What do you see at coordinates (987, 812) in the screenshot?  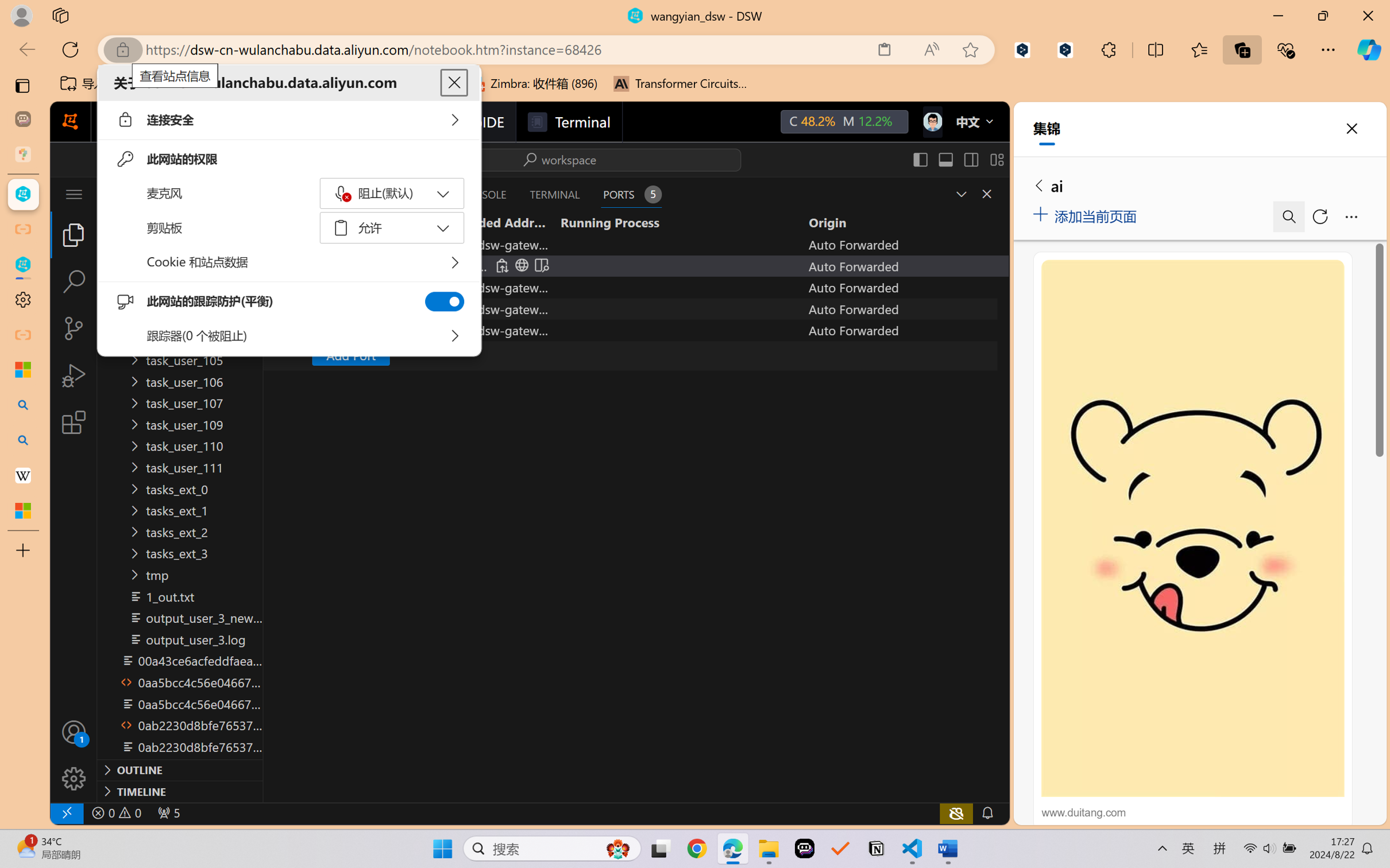 I see `'Notifications'` at bounding box center [987, 812].